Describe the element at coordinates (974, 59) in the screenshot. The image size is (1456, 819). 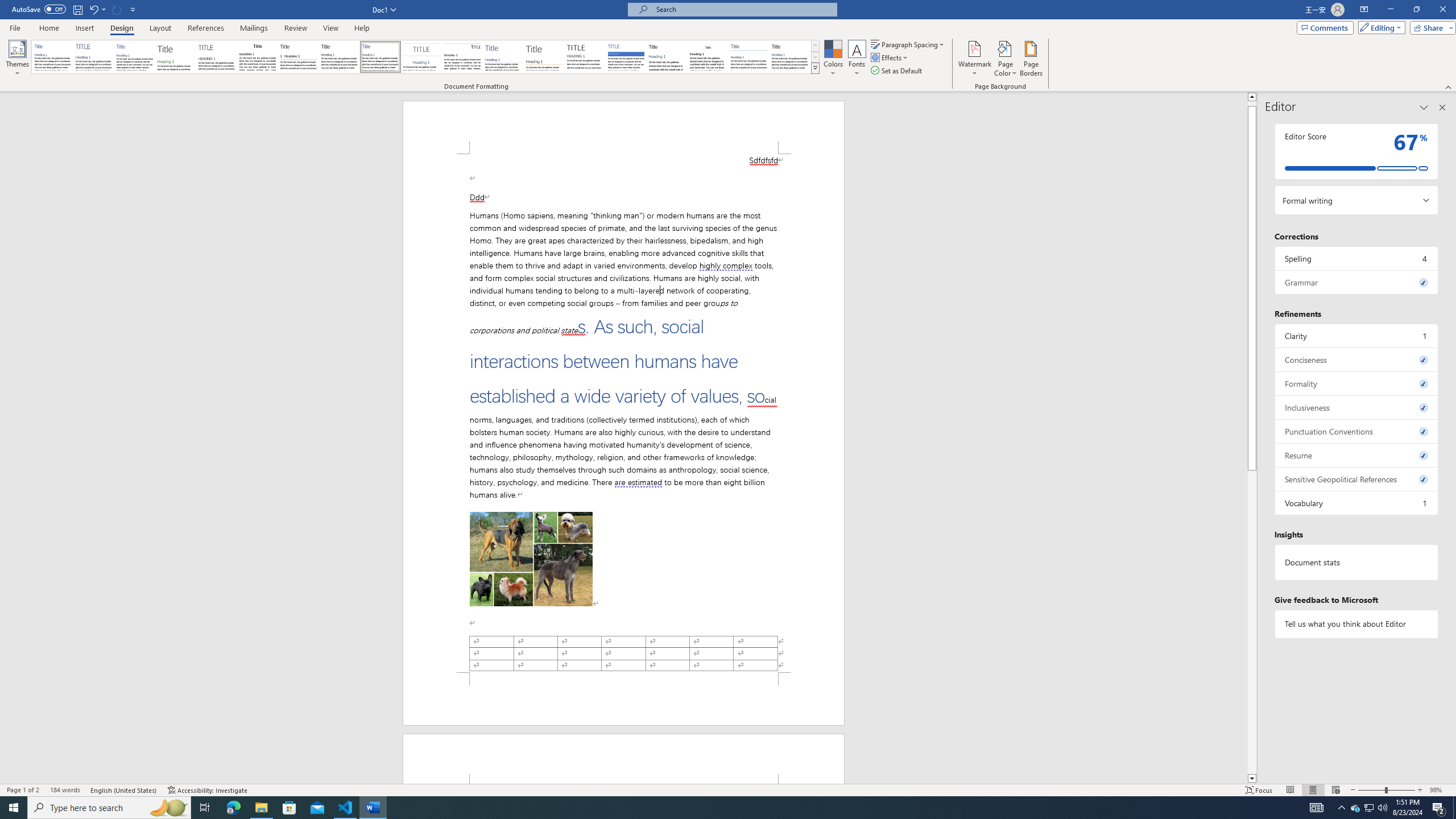
I see `'Watermark'` at that location.